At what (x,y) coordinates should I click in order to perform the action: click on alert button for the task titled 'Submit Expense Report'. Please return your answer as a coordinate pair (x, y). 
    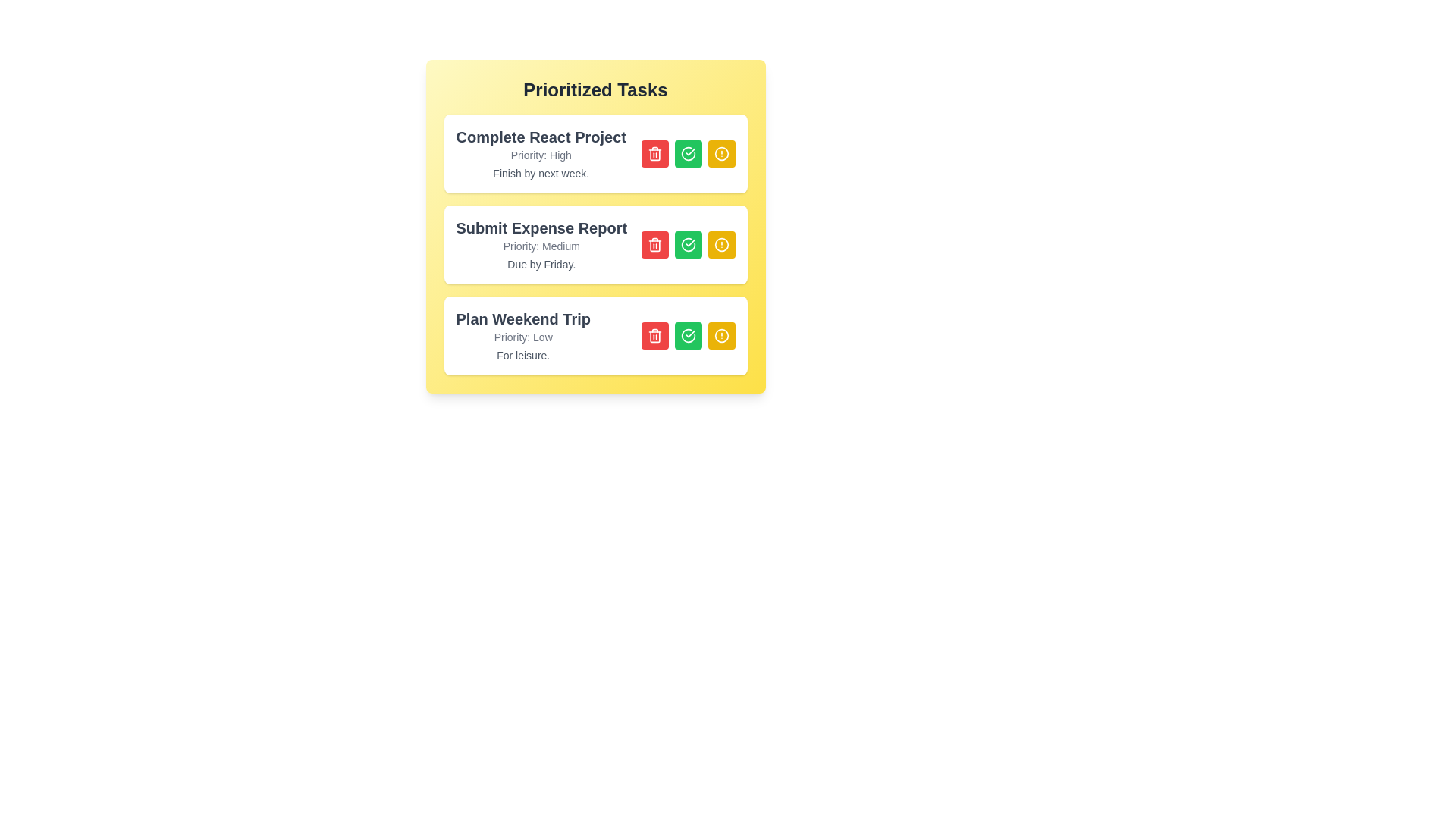
    Looking at the image, I should click on (720, 244).